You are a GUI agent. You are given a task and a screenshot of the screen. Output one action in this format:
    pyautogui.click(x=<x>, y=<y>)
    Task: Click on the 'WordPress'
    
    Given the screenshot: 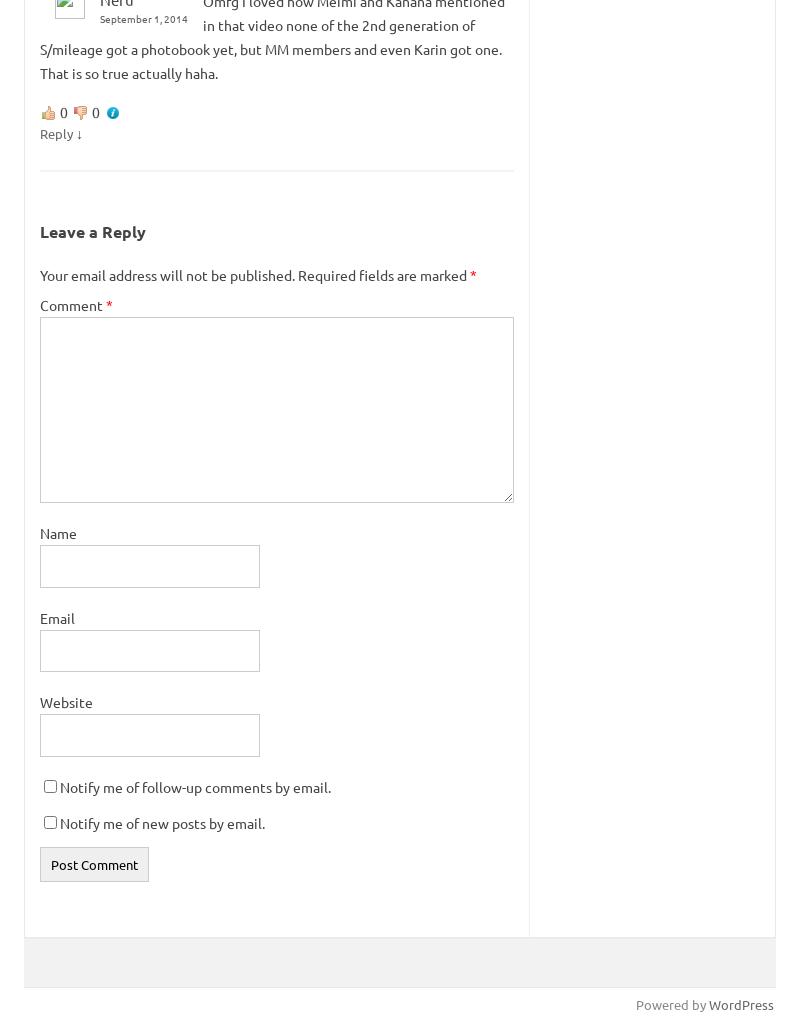 What is the action you would take?
    pyautogui.click(x=741, y=1003)
    